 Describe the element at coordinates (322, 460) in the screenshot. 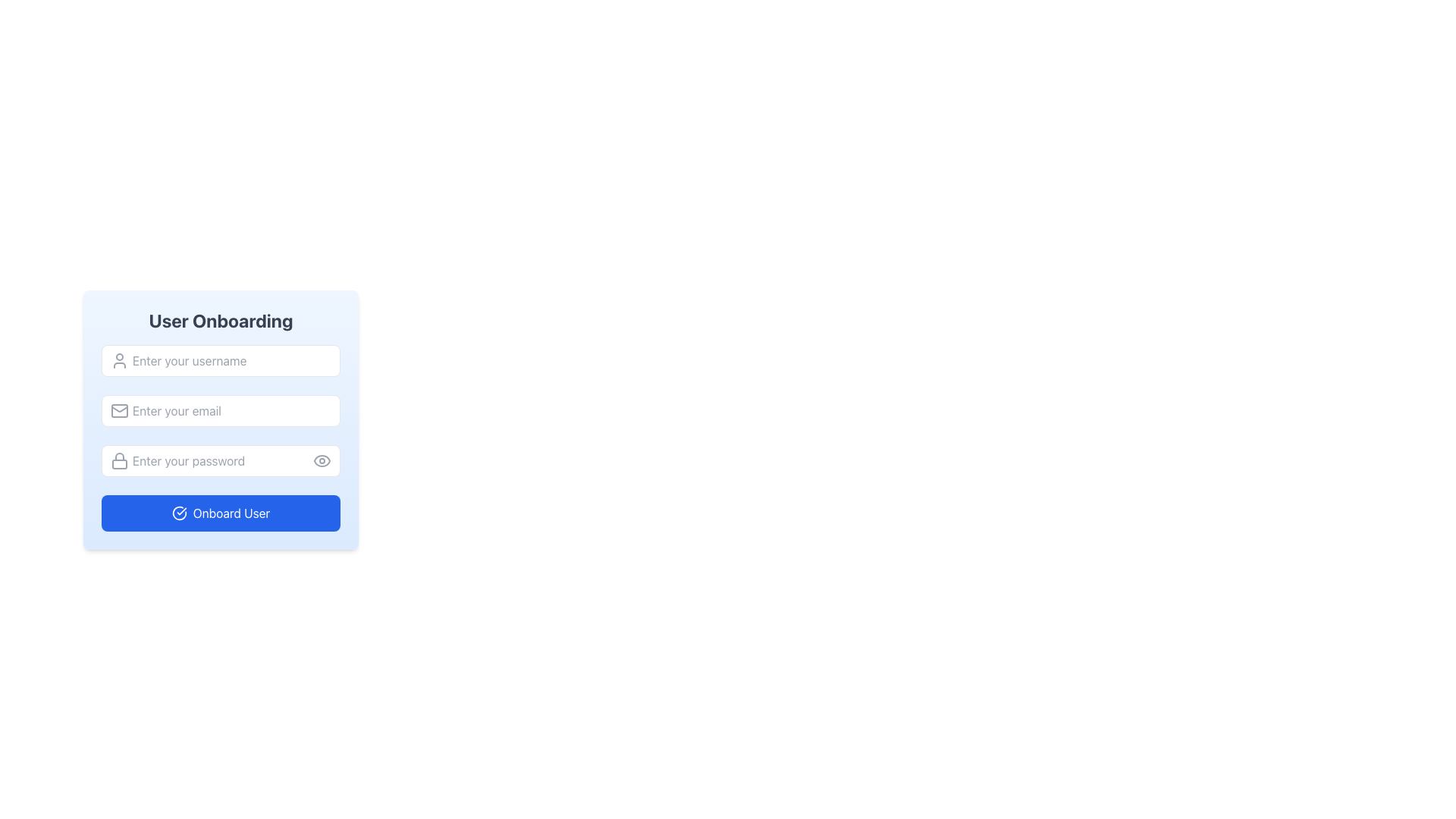

I see `the eye icon button, which is minimalistic with thin strokes and light gray color` at that location.